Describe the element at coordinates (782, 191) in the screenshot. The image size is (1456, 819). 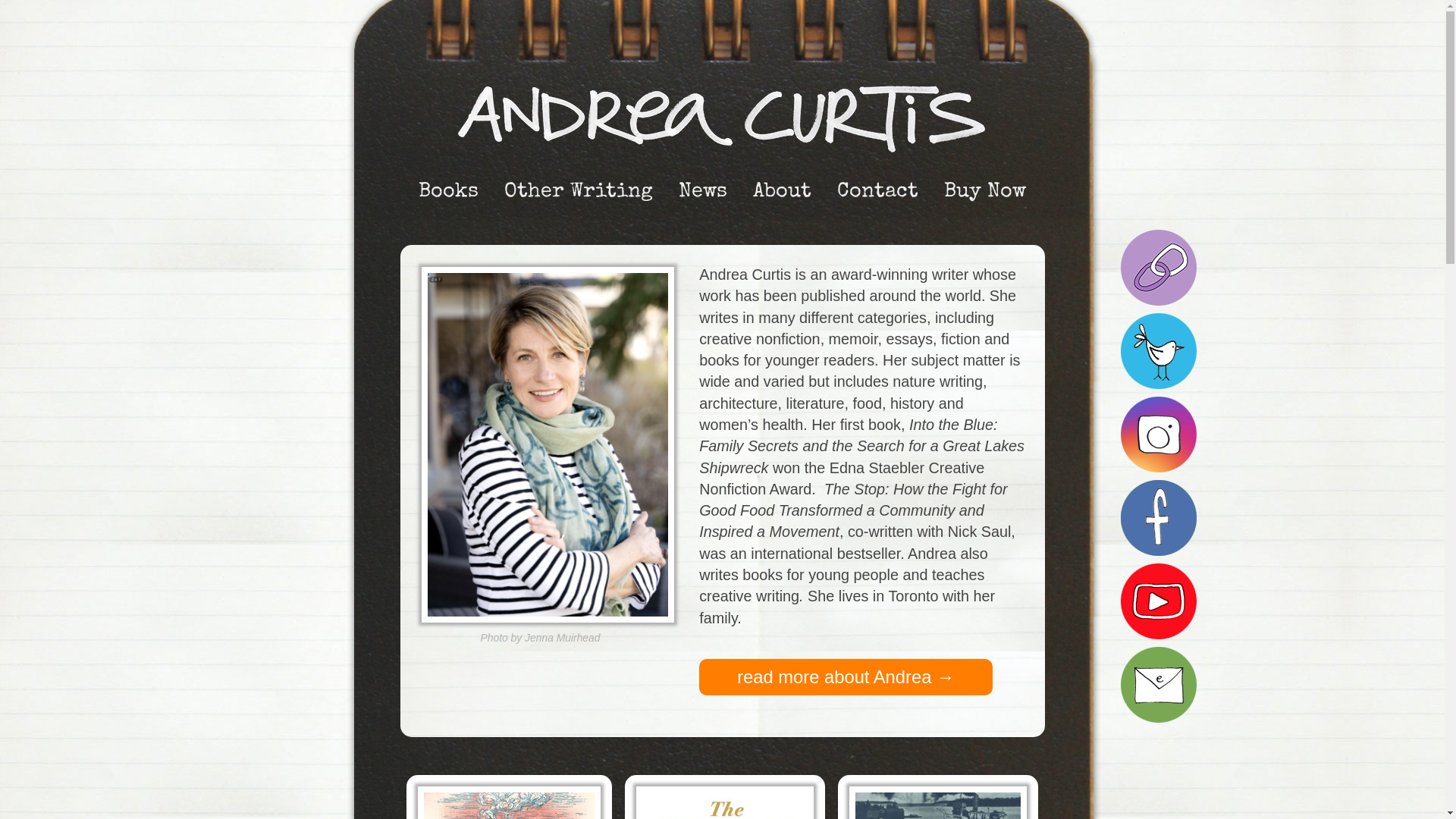
I see `'About'` at that location.